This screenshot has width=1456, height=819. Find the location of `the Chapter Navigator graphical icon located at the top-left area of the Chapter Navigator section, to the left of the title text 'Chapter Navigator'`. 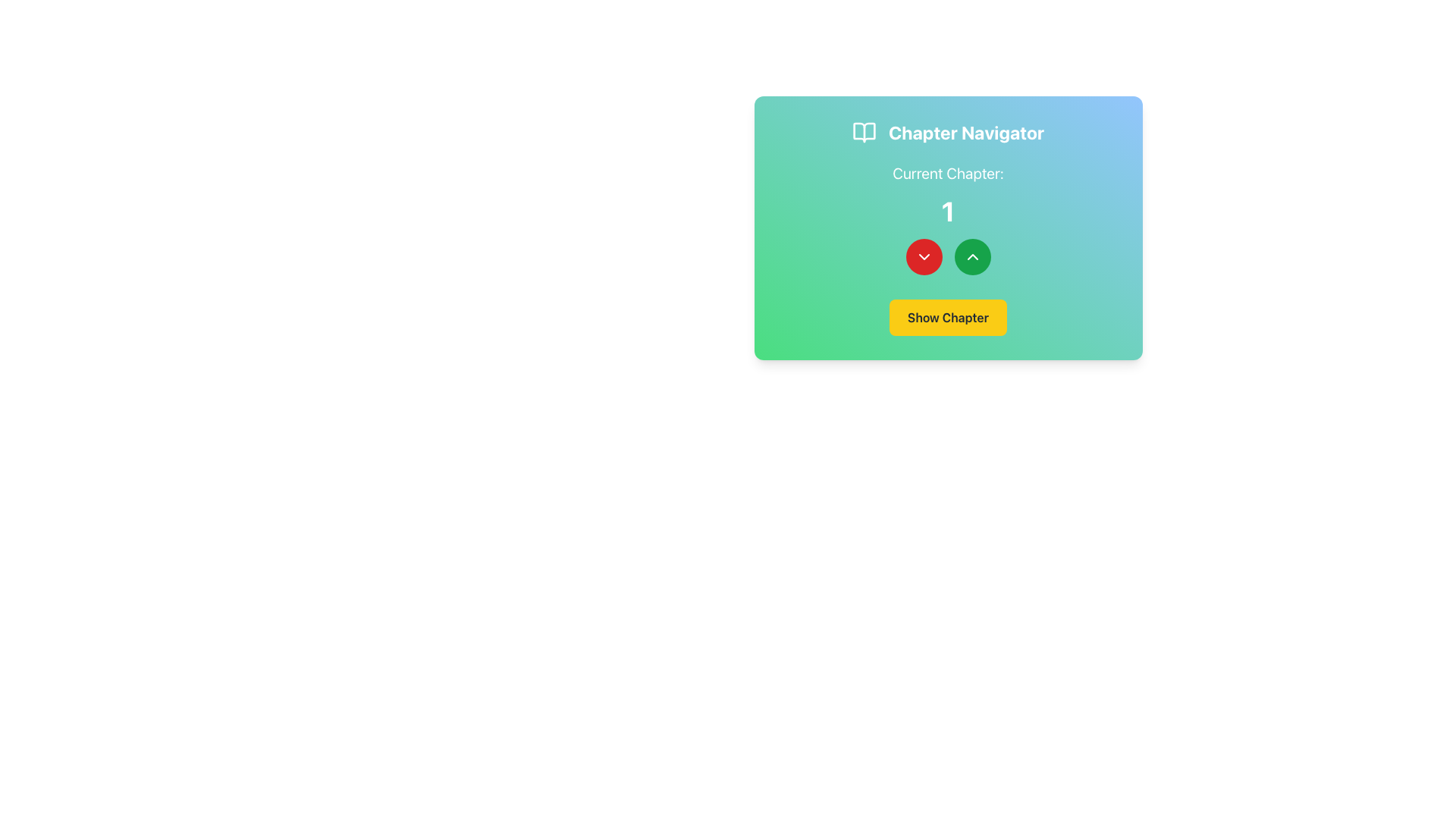

the Chapter Navigator graphical icon located at the top-left area of the Chapter Navigator section, to the left of the title text 'Chapter Navigator' is located at coordinates (864, 131).